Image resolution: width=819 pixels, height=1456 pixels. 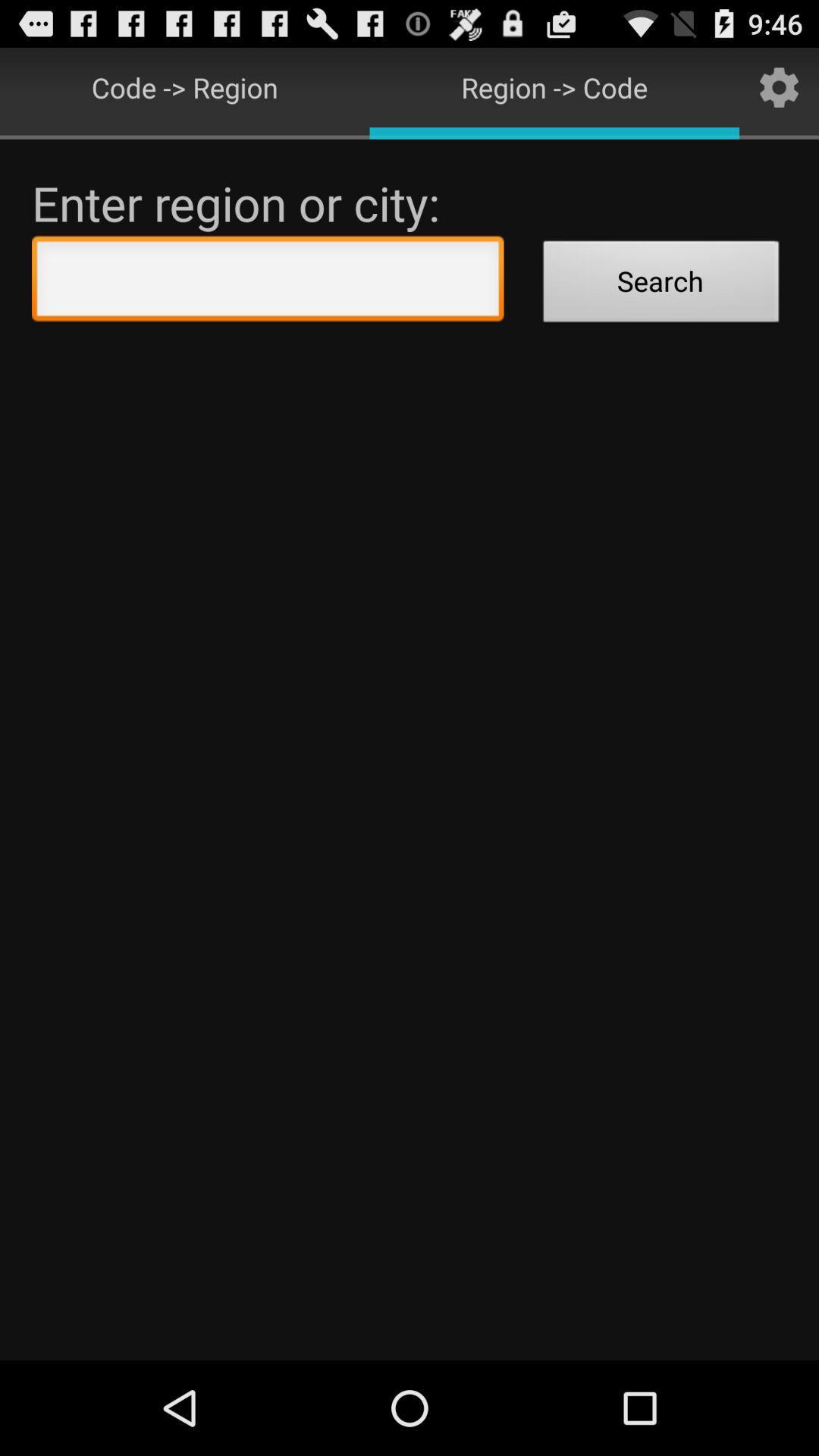 What do you see at coordinates (267, 282) in the screenshot?
I see `the icon to the left of search` at bounding box center [267, 282].